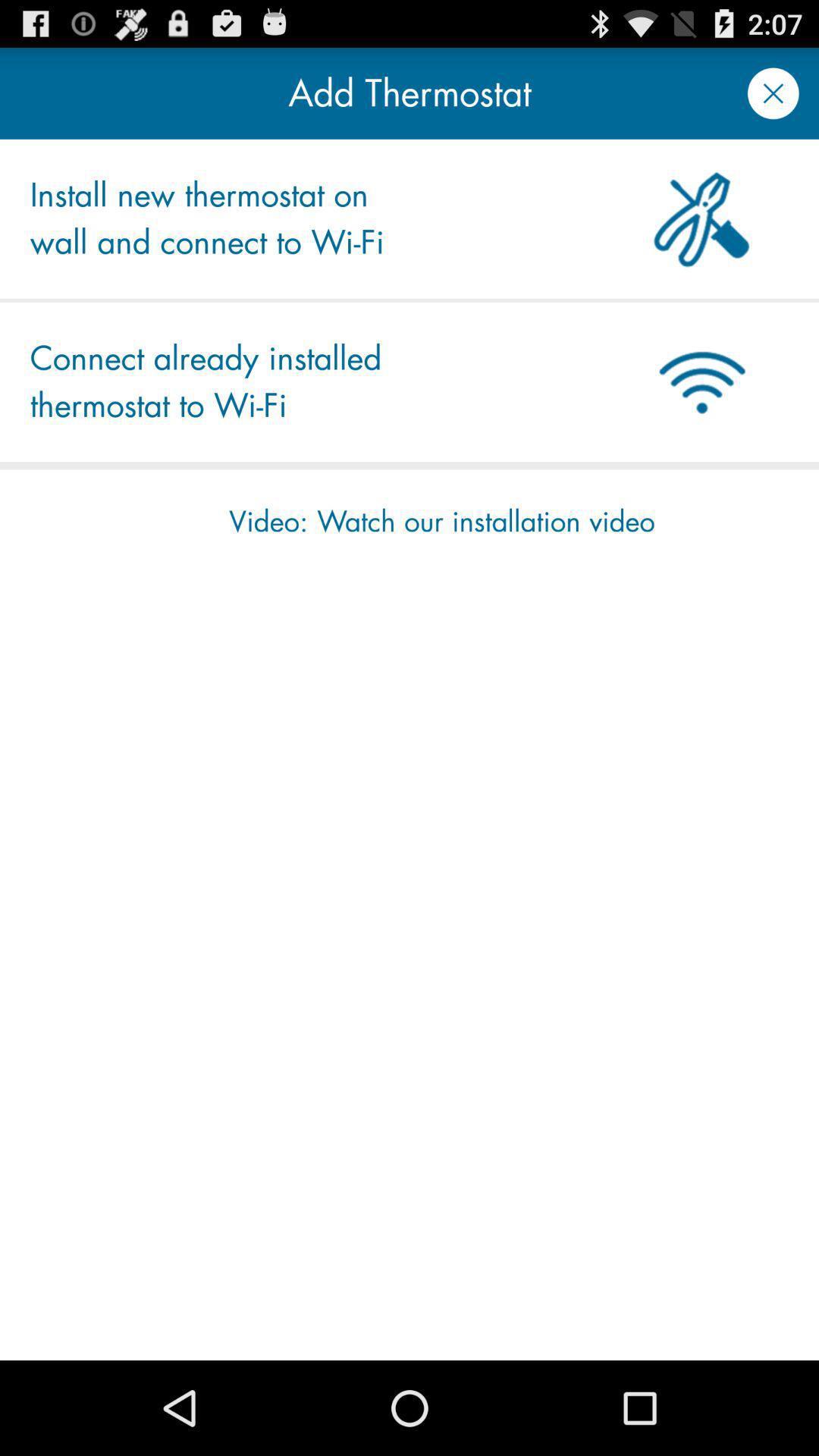 The image size is (819, 1456). Describe the element at coordinates (773, 93) in the screenshot. I see `option to add` at that location.